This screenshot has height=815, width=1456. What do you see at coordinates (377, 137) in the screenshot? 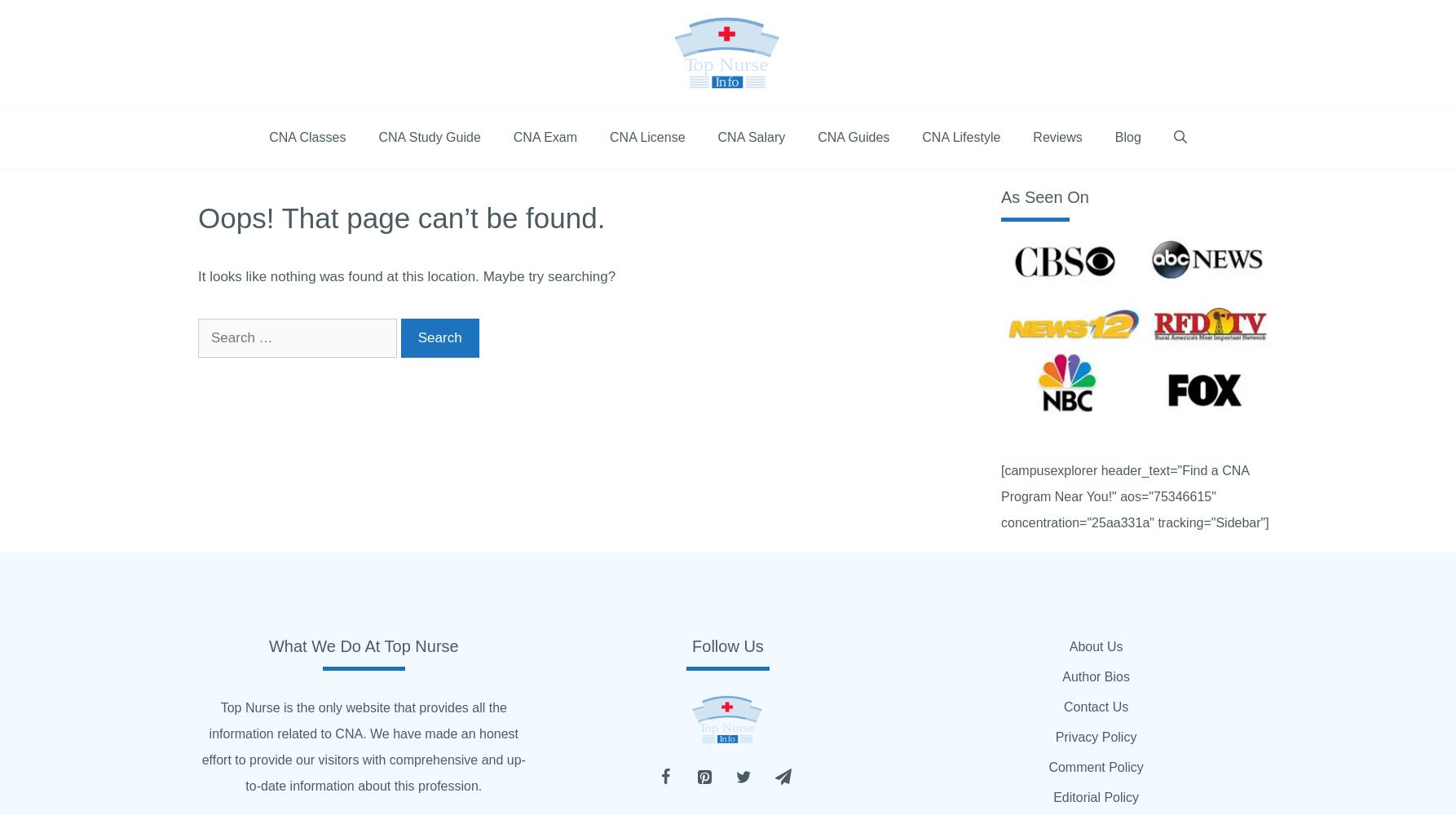
I see `'CNA Study Guide'` at bounding box center [377, 137].